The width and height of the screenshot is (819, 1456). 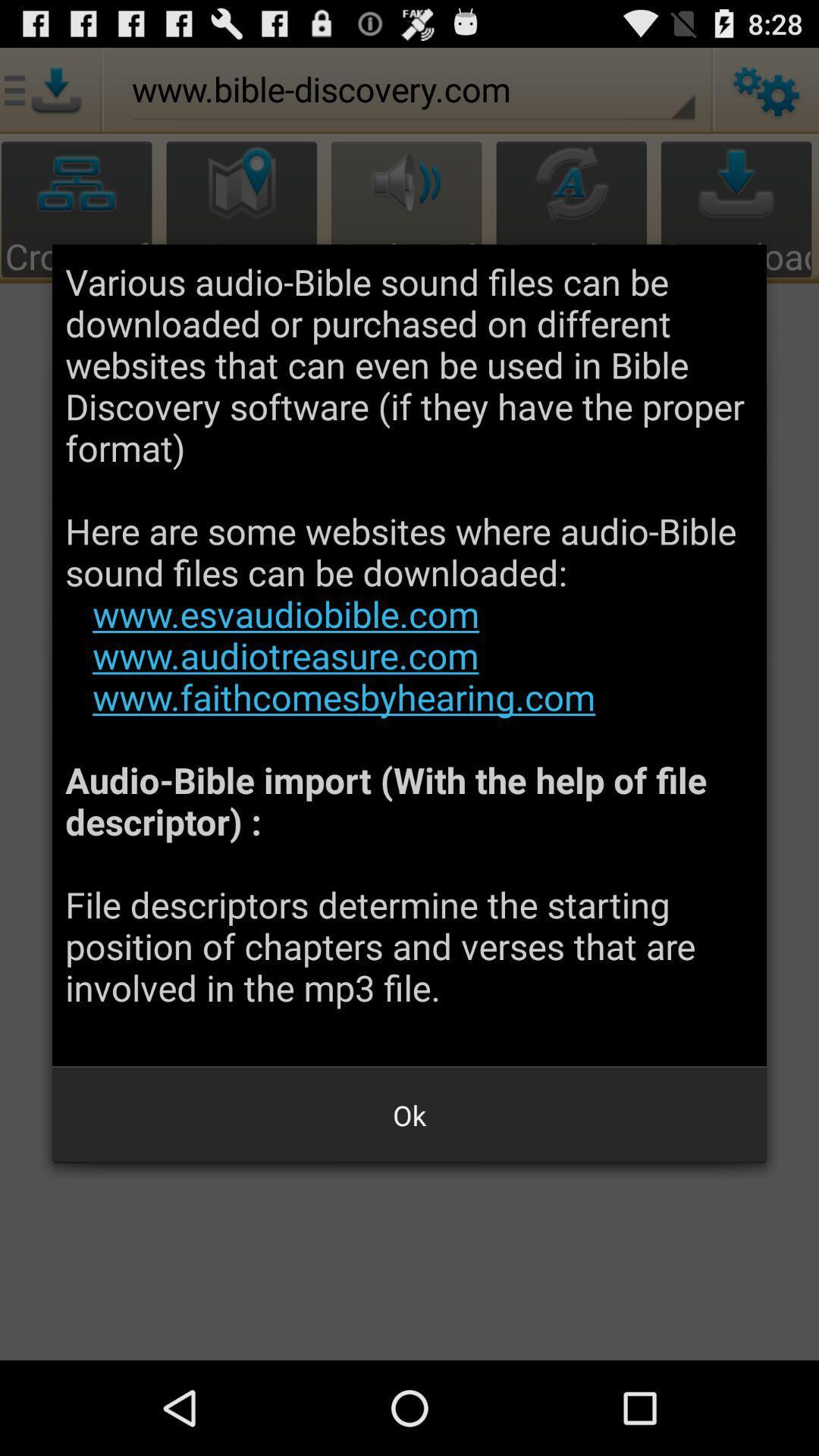 I want to click on various audio bible at the center, so click(x=409, y=655).